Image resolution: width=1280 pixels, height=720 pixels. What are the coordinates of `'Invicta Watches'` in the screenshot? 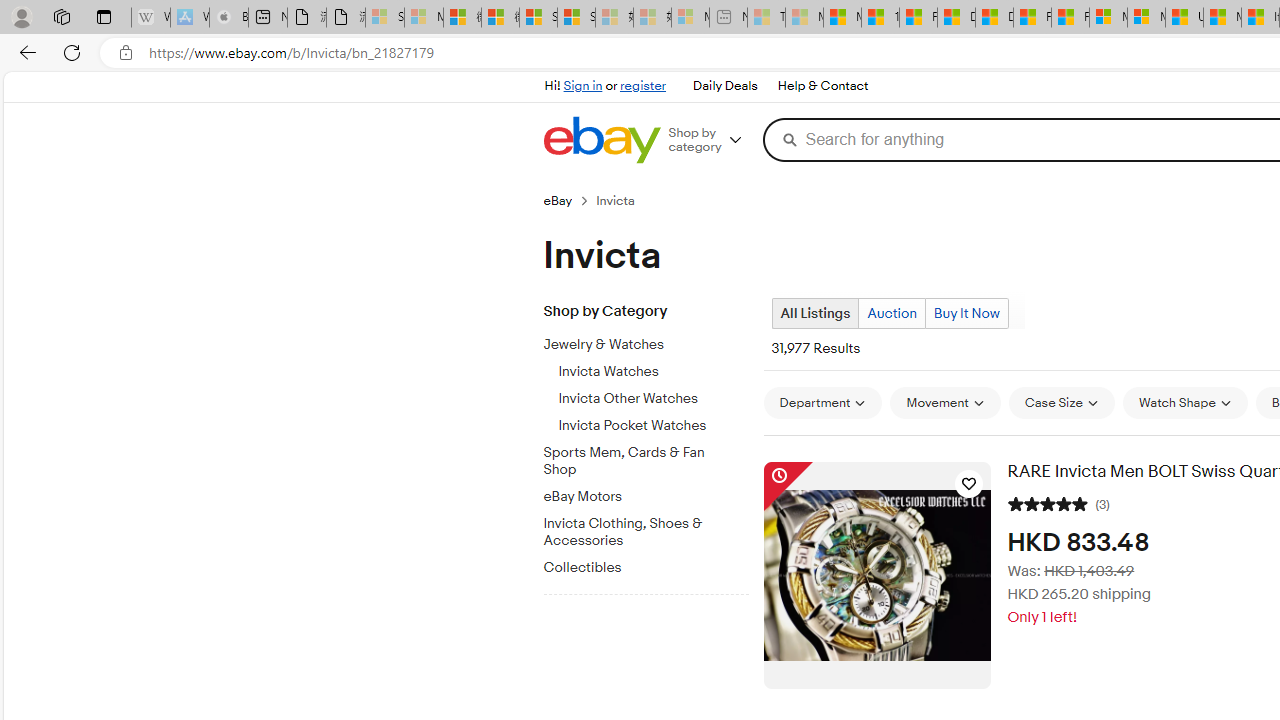 It's located at (653, 372).